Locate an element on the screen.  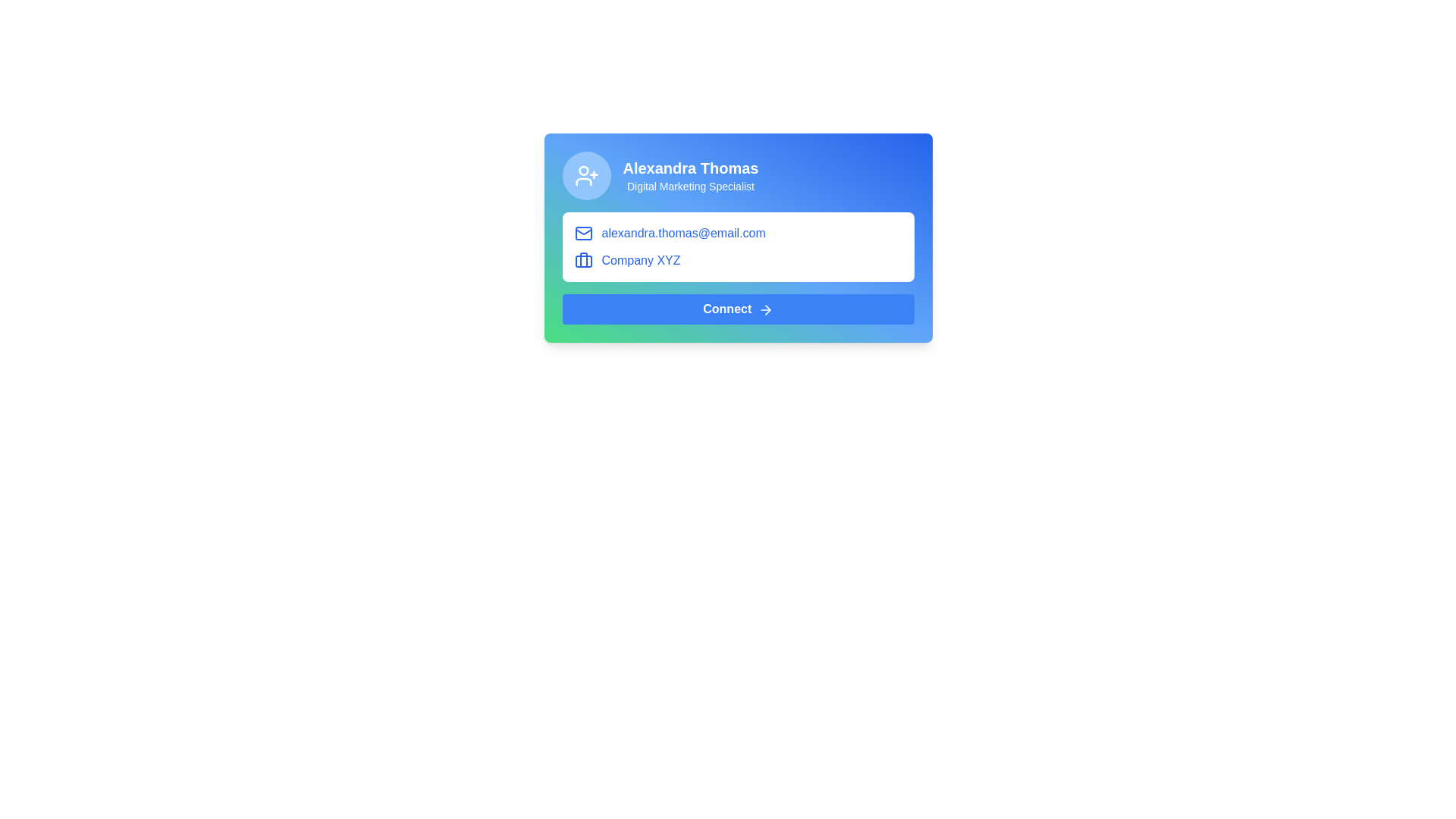
the icon representing the functionality to add 'Alexandra Thomas' to a network or contact list, located in the top-left section of the profile informational card is located at coordinates (585, 174).